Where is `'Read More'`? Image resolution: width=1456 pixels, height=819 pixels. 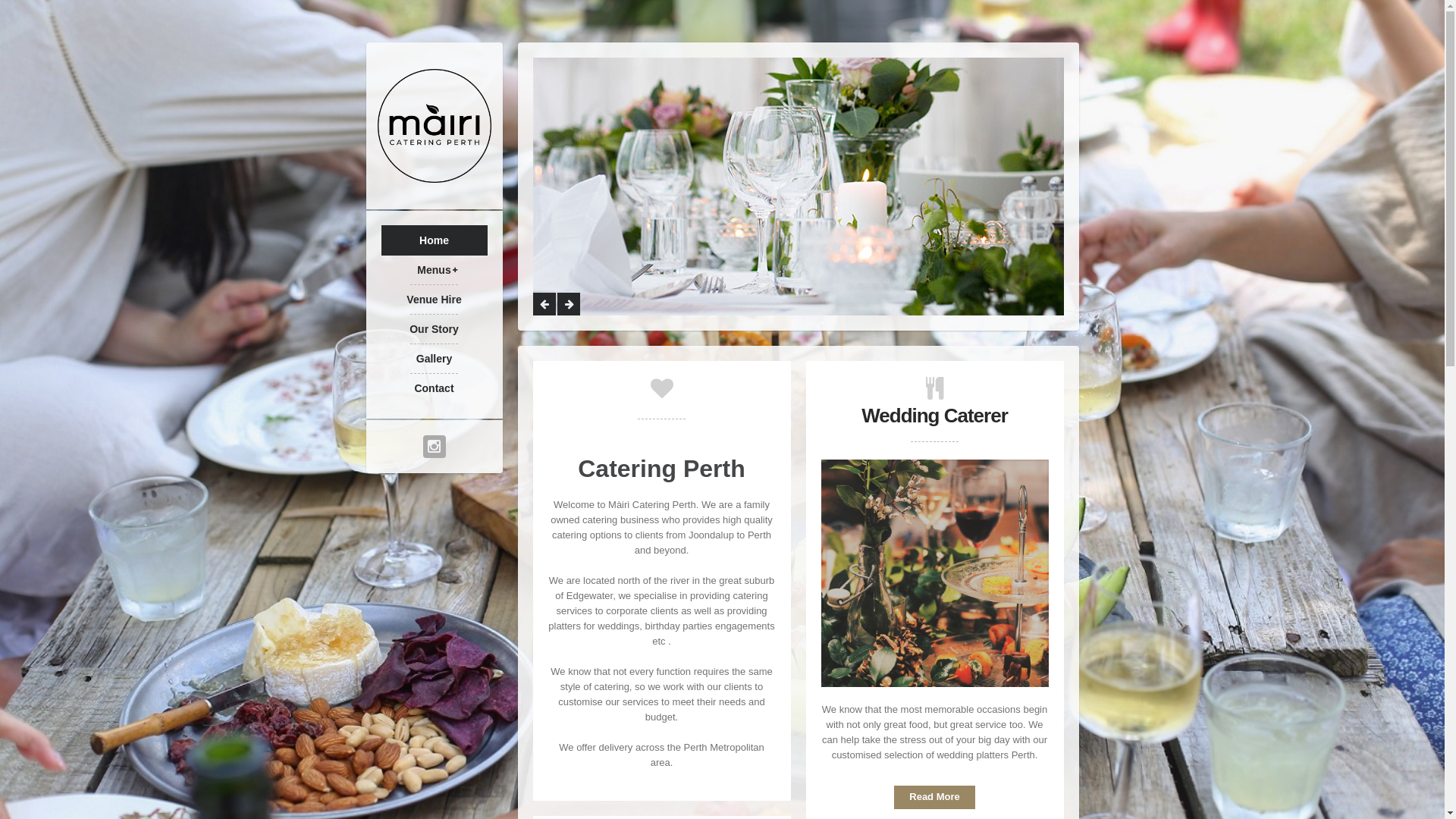
'Read More' is located at coordinates (934, 796).